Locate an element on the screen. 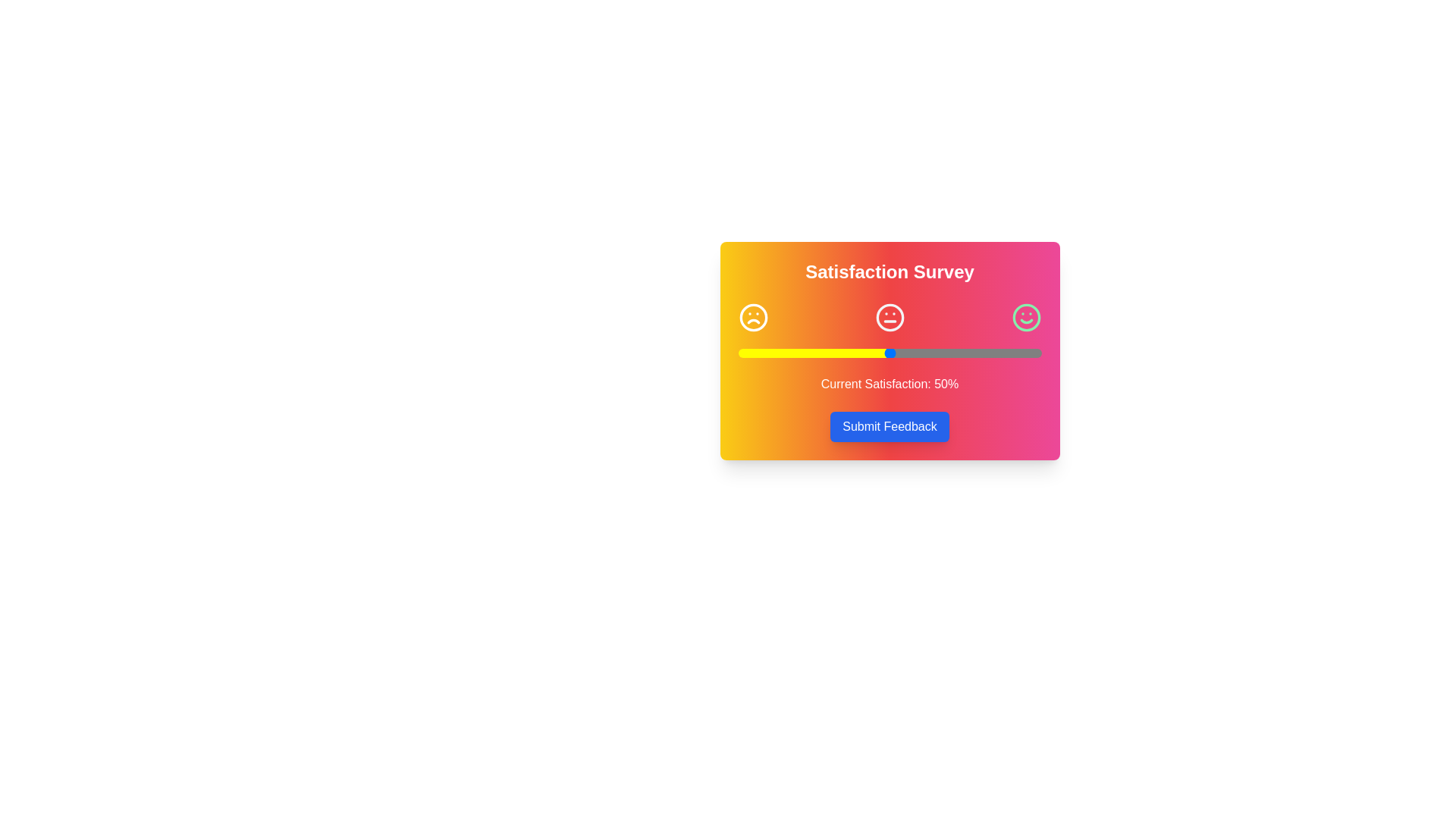 This screenshot has height=819, width=1456. the slider to 2% satisfaction is located at coordinates (744, 353).